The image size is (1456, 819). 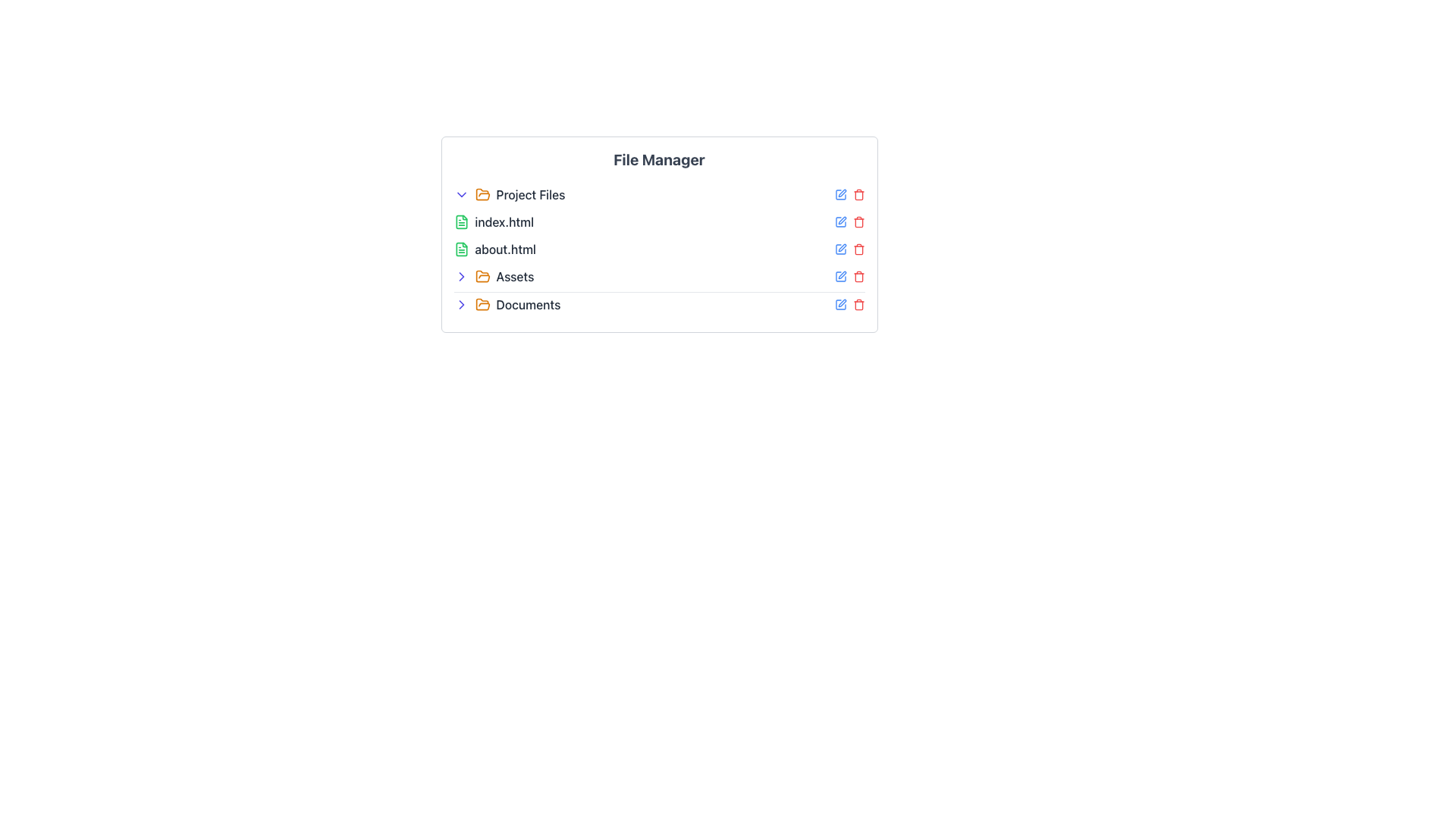 What do you see at coordinates (460, 277) in the screenshot?
I see `the indigo right-pointing chevron icon located to the left of the 'Assets' folder label` at bounding box center [460, 277].